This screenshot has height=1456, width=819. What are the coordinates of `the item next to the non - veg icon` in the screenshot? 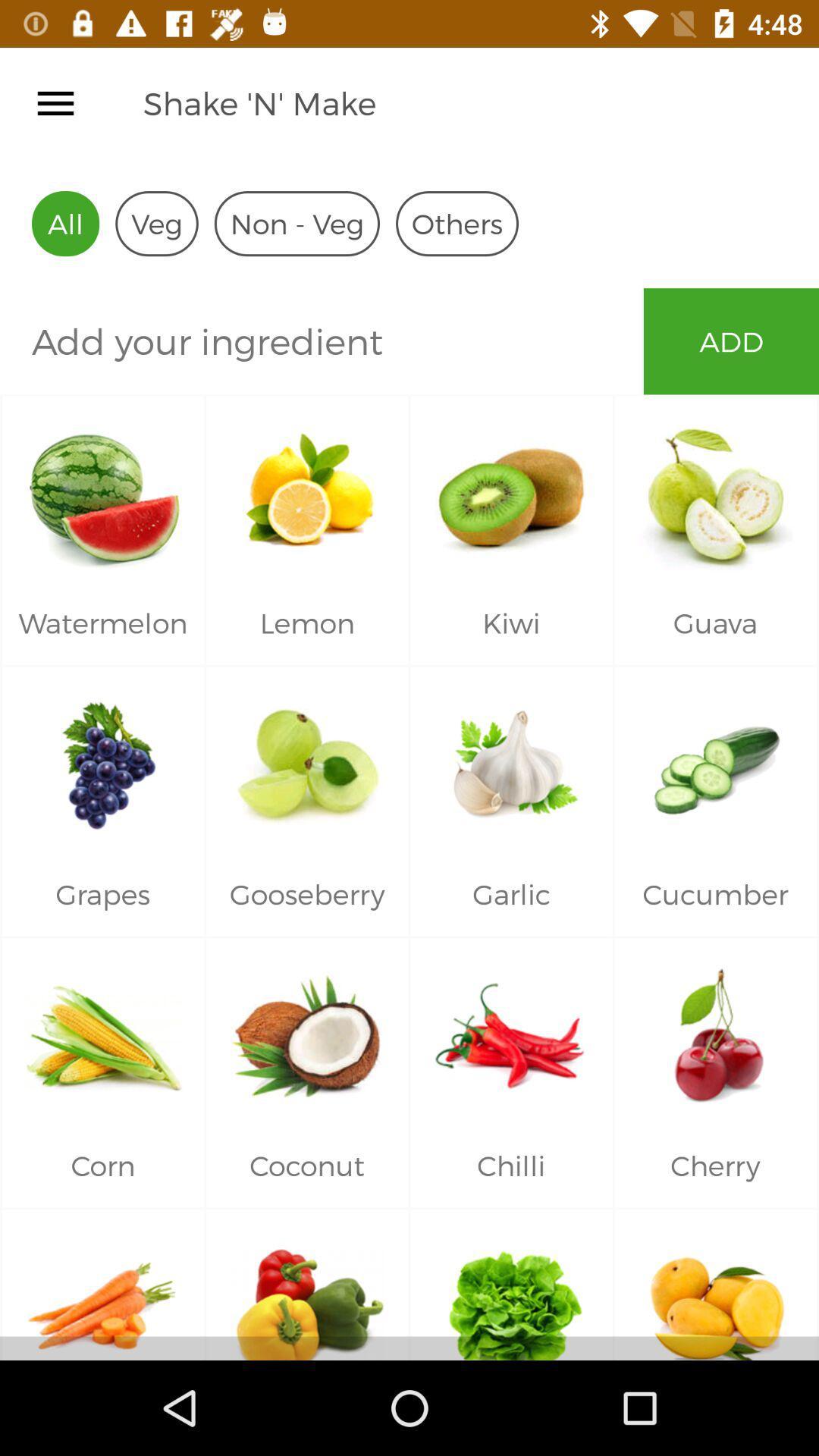 It's located at (456, 223).